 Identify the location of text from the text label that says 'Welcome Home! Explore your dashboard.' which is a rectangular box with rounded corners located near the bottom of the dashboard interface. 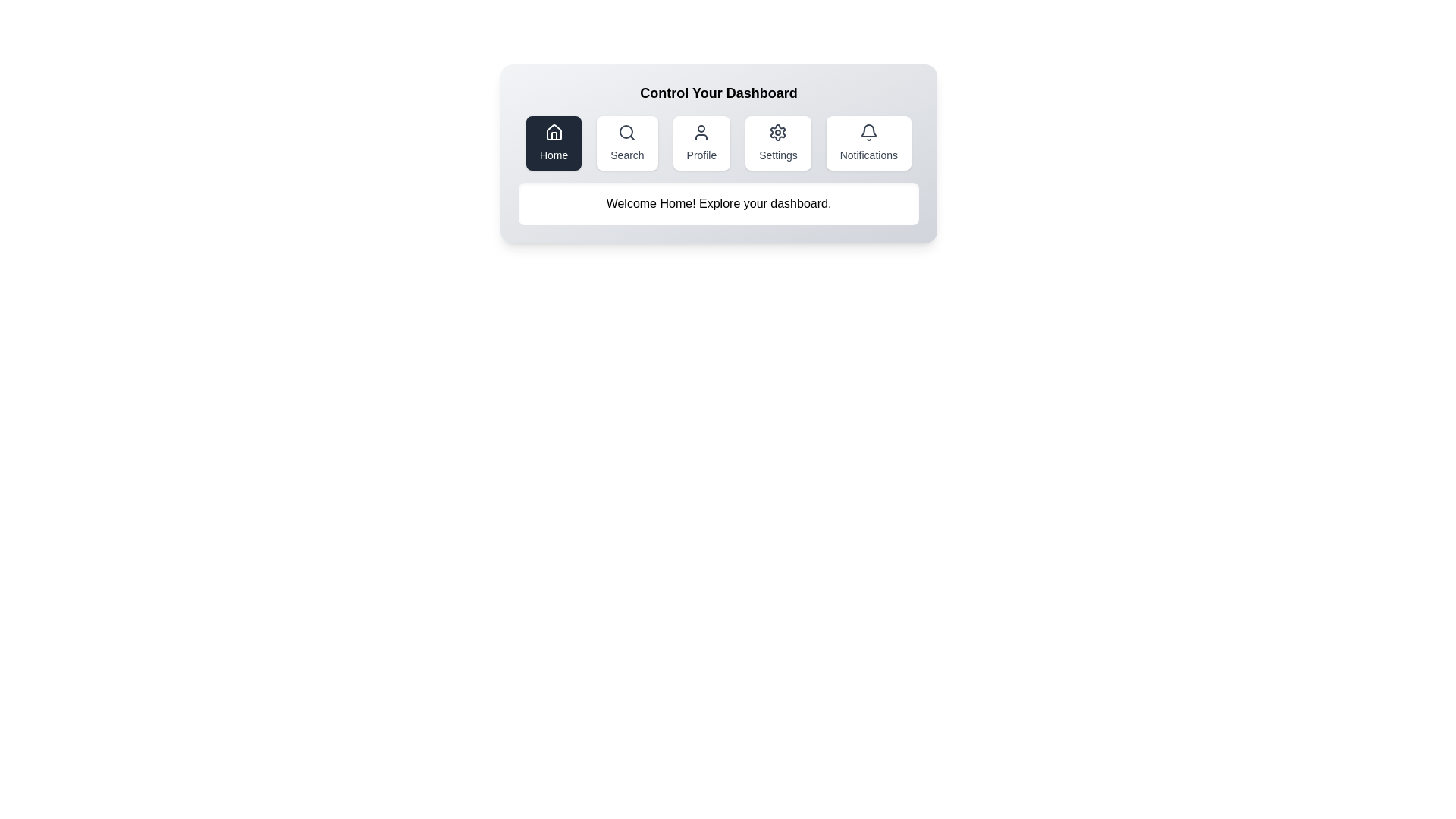
(718, 203).